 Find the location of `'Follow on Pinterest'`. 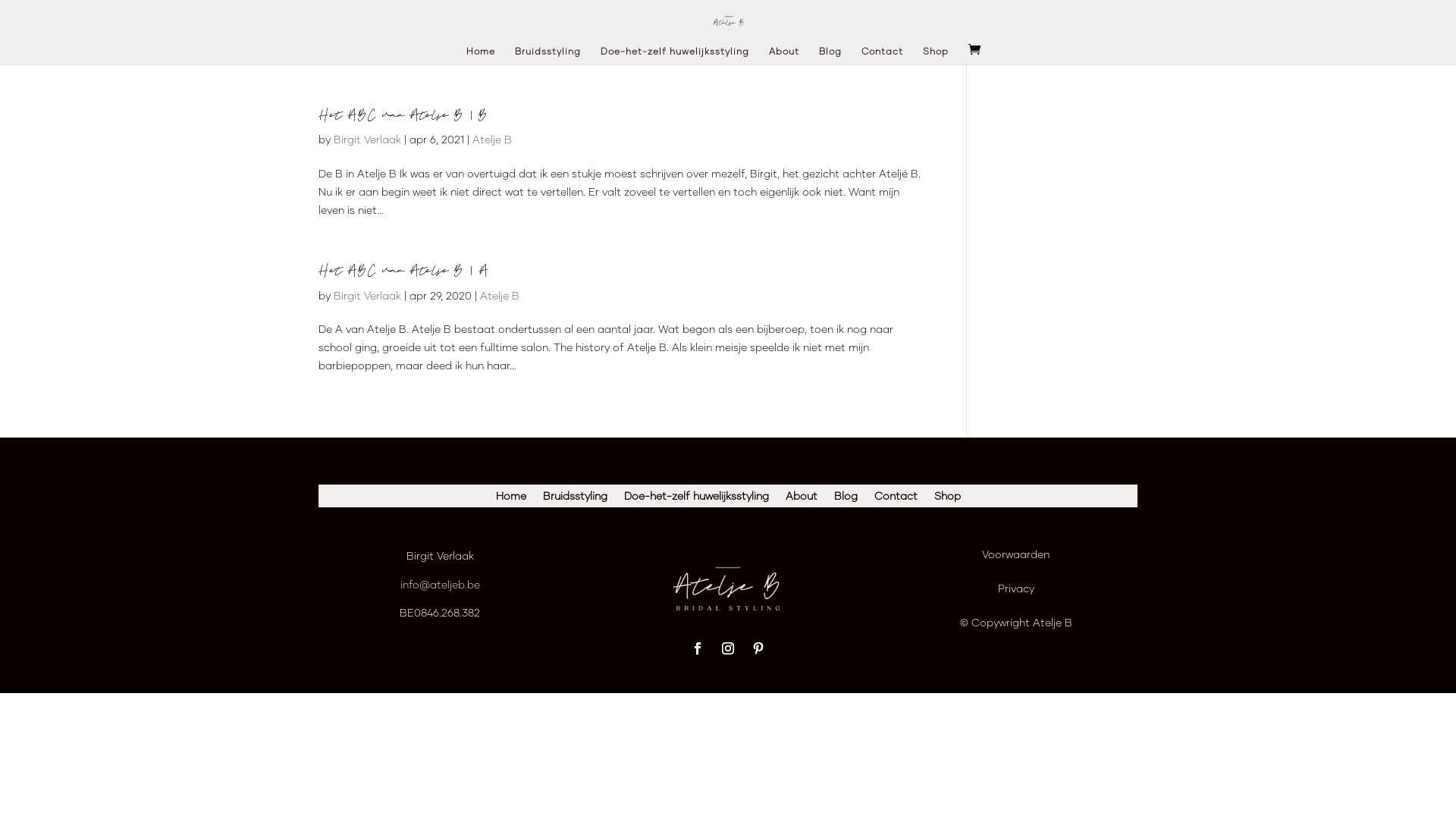

'Follow on Pinterest' is located at coordinates (758, 648).